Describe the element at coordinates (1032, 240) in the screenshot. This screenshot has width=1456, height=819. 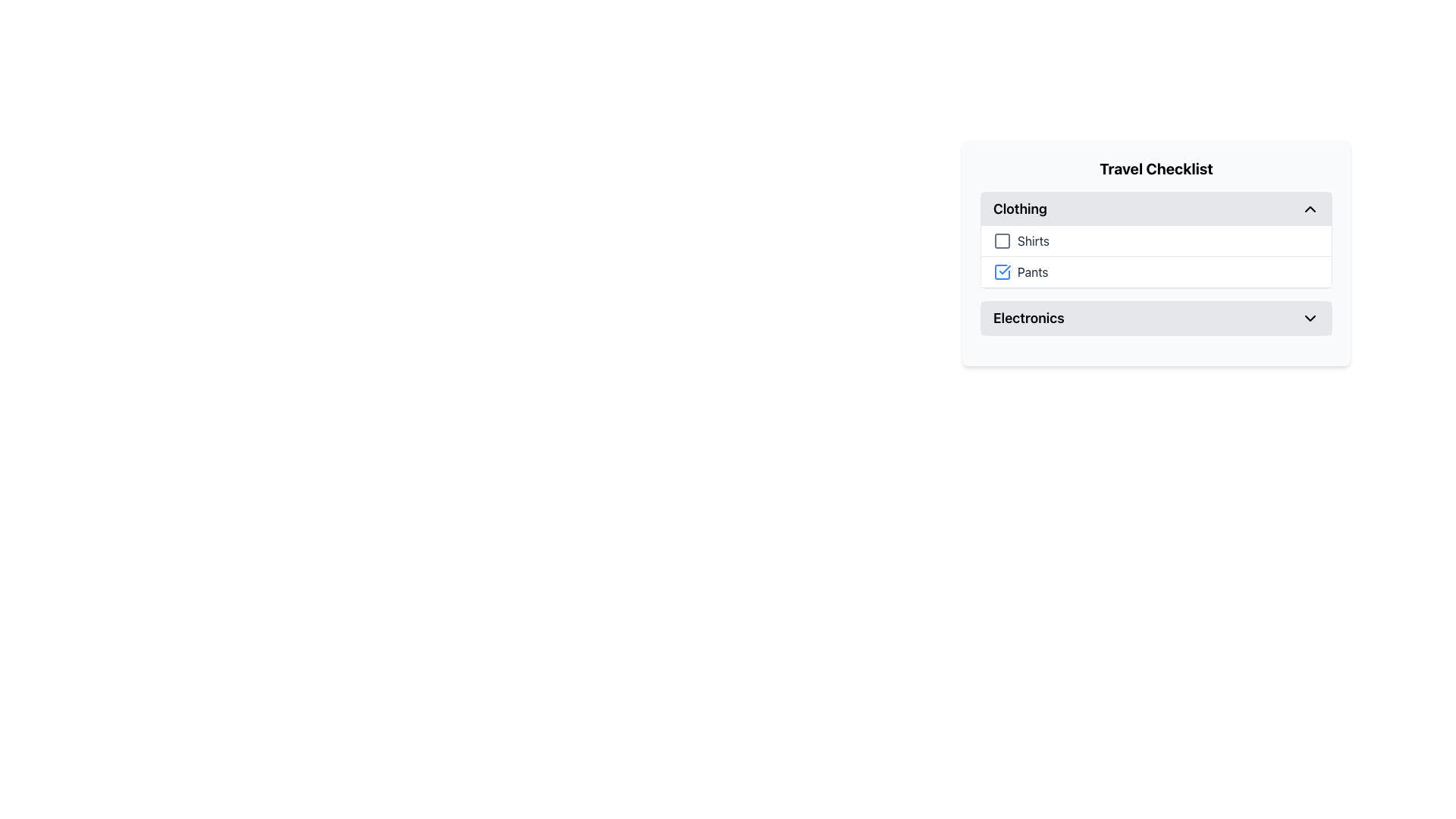
I see `the checkbox to the left of the 'Shirts' label in the second row of the 'Clothing' dropdown checklist` at that location.